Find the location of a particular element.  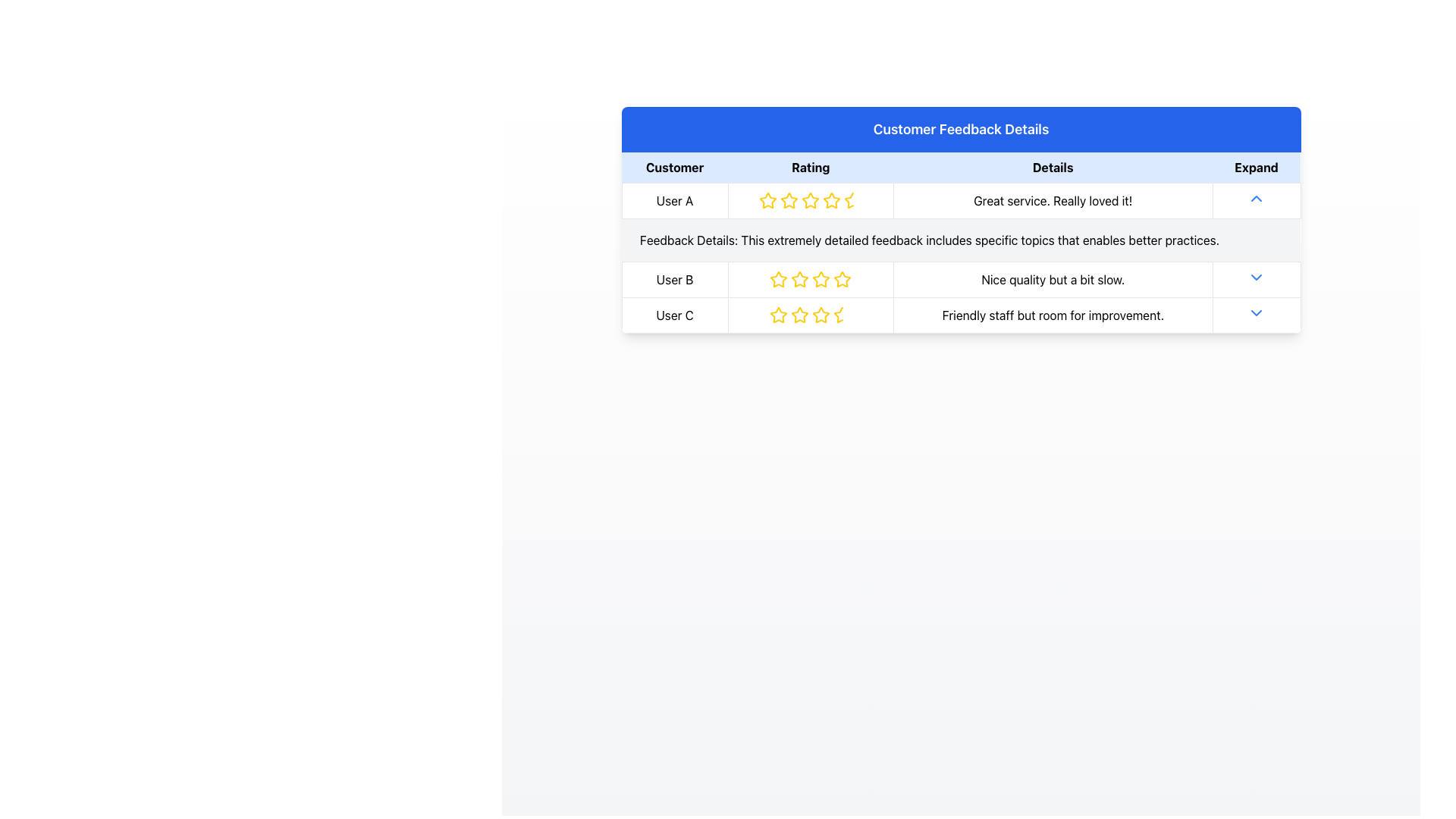

the half-star icon representing the fractional rating for 'User C' in the fourth position of the star rating system is located at coordinates (838, 314).